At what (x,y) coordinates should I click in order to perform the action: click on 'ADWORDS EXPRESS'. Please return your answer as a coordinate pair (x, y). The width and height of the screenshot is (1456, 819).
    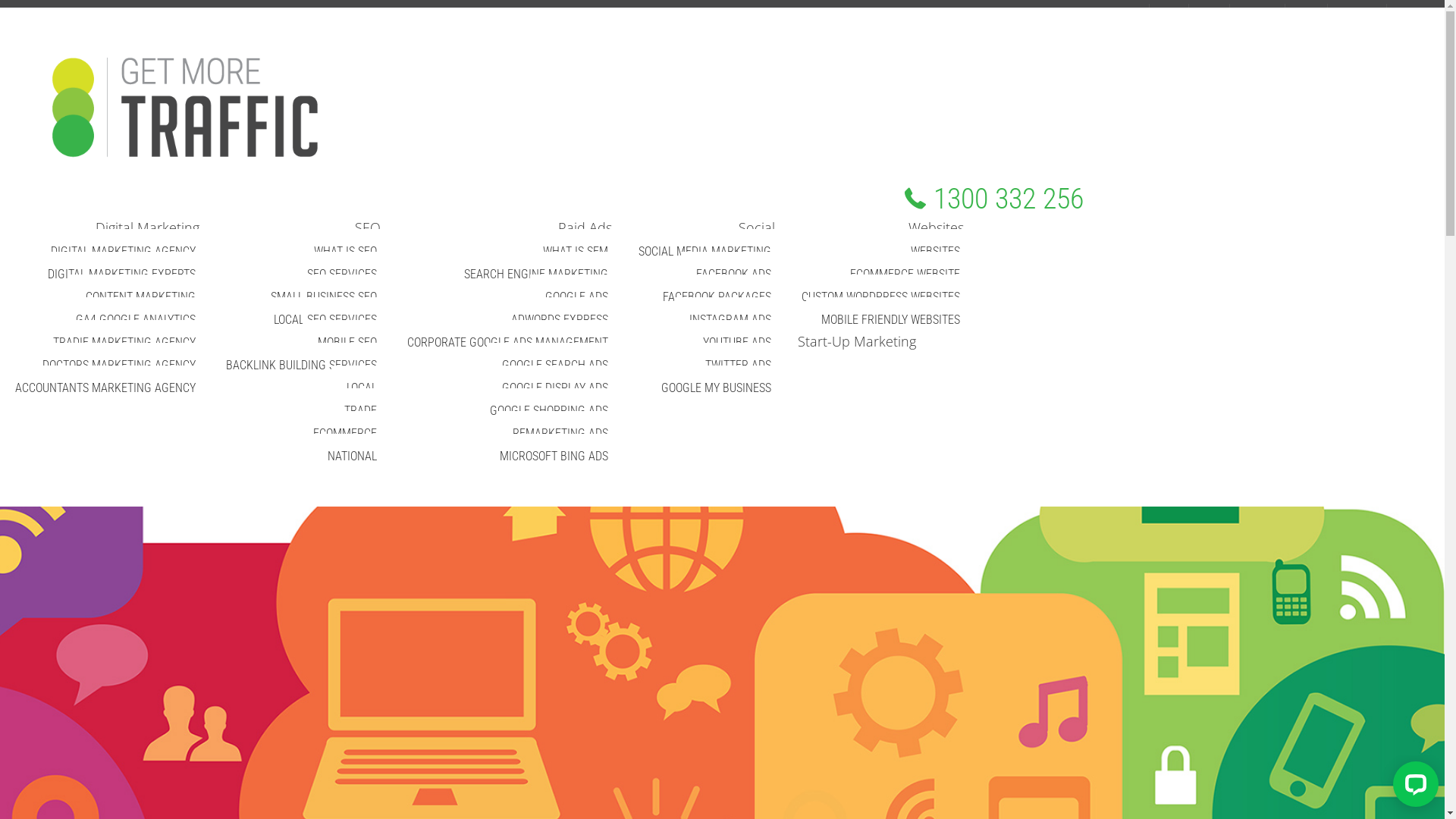
    Looking at the image, I should click on (495, 318).